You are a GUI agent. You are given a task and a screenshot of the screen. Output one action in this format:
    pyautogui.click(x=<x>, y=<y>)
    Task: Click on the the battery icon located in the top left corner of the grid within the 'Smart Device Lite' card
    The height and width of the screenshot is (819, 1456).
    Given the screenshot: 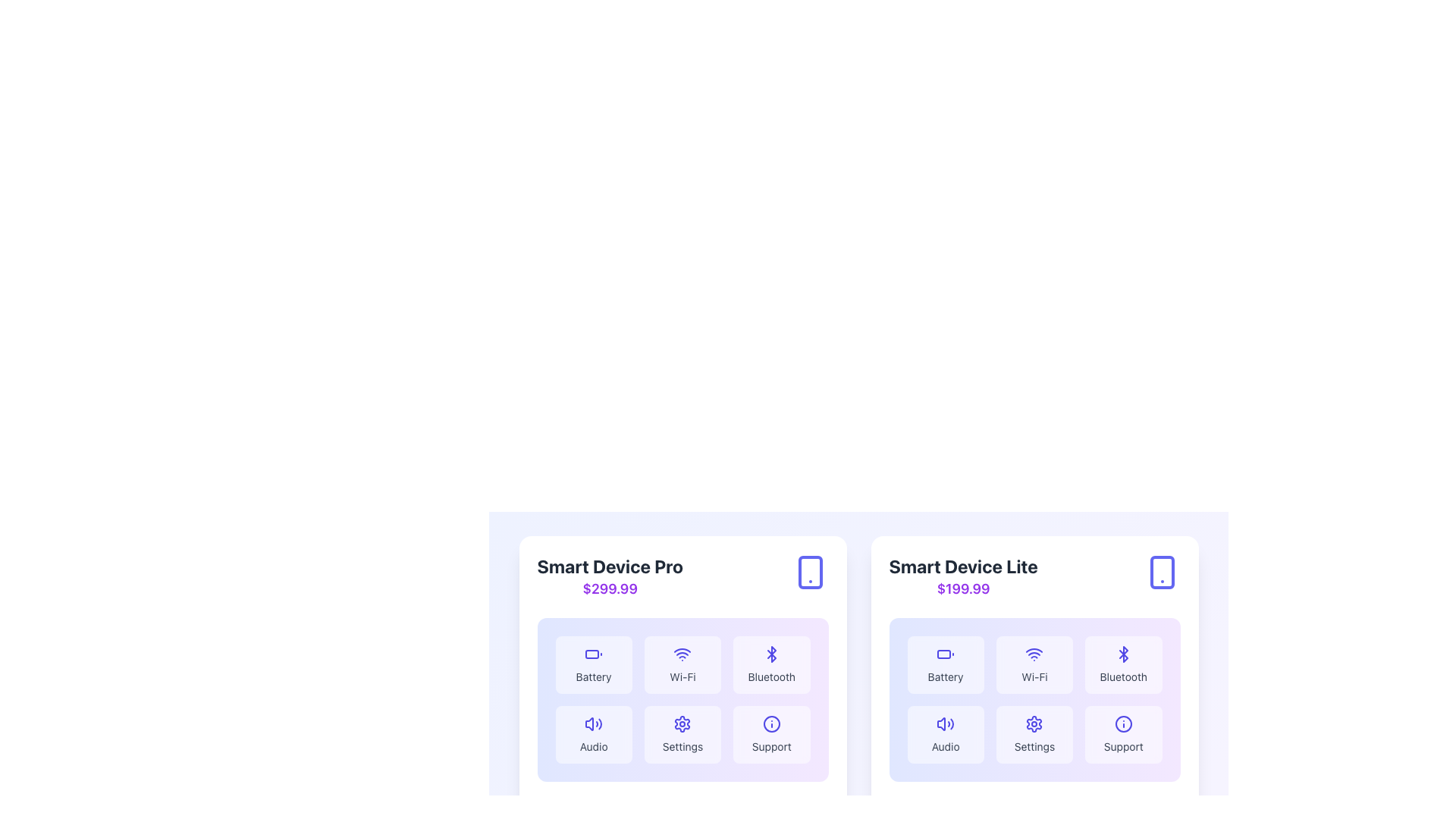 What is the action you would take?
    pyautogui.click(x=945, y=654)
    